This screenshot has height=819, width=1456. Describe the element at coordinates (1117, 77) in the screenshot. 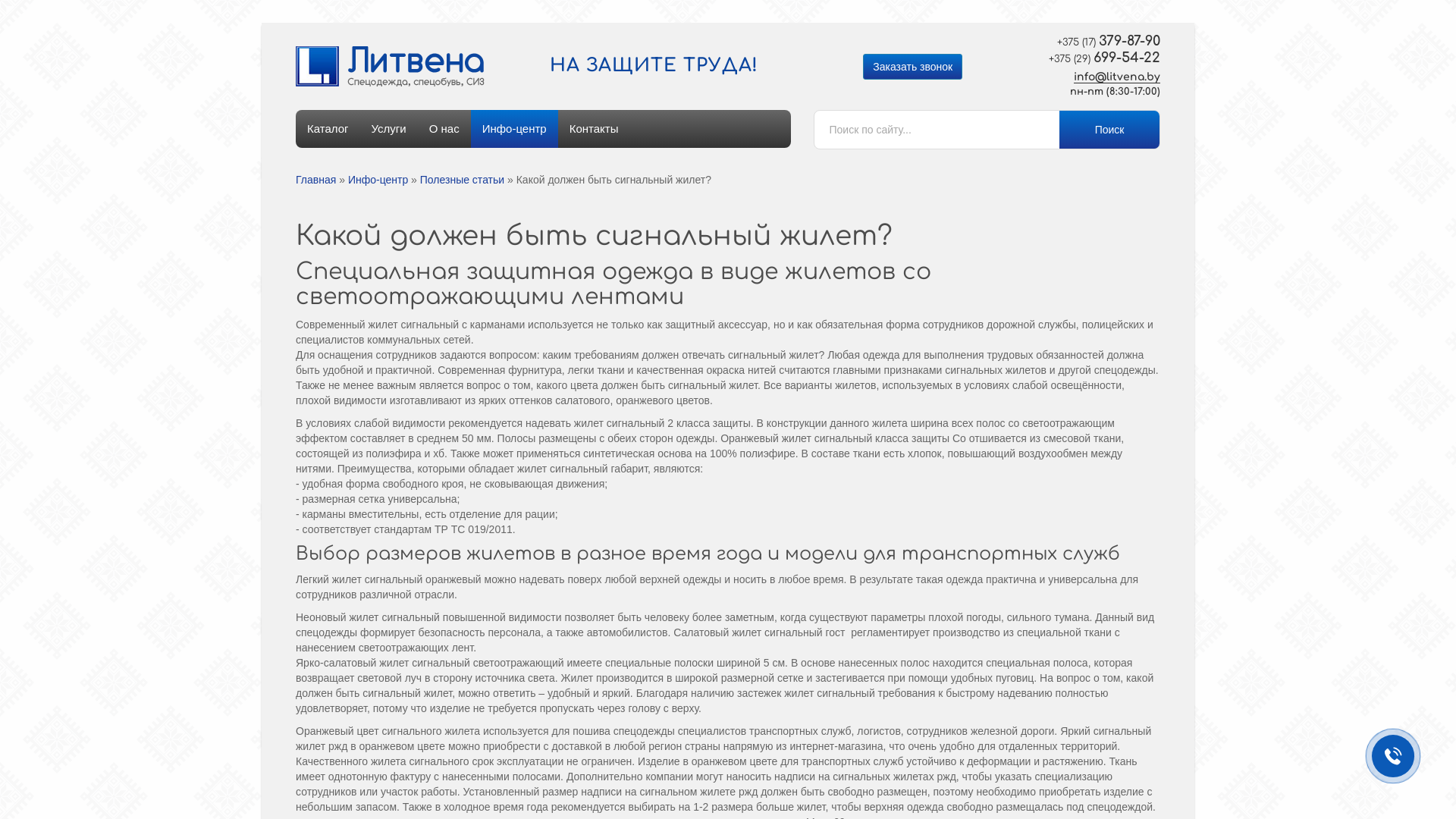

I see `'info@litvena.by'` at that location.